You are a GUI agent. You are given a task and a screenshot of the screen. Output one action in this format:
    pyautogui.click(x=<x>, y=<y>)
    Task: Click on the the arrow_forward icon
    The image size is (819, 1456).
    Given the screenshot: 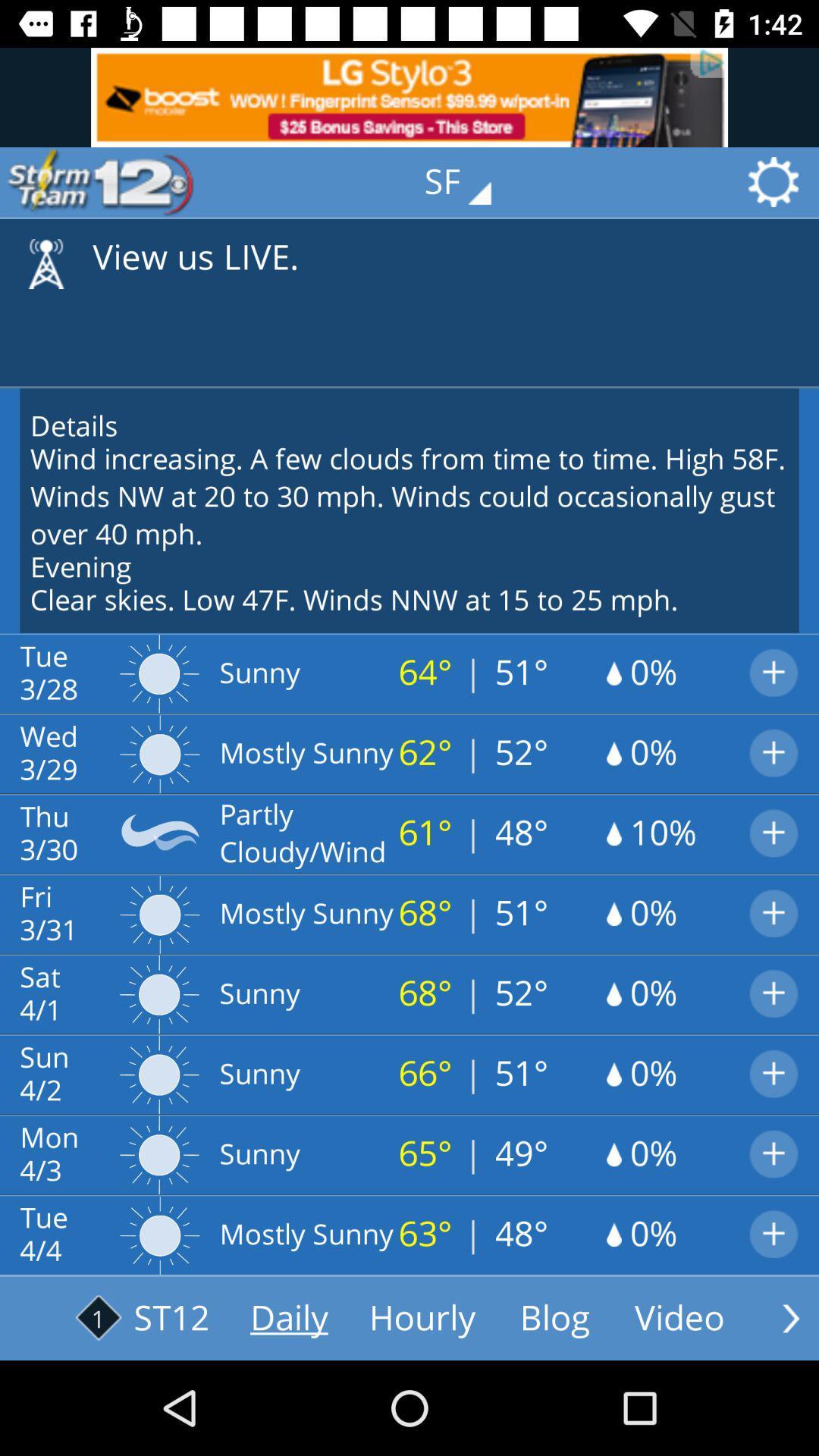 What is the action you would take?
    pyautogui.click(x=790, y=1317)
    